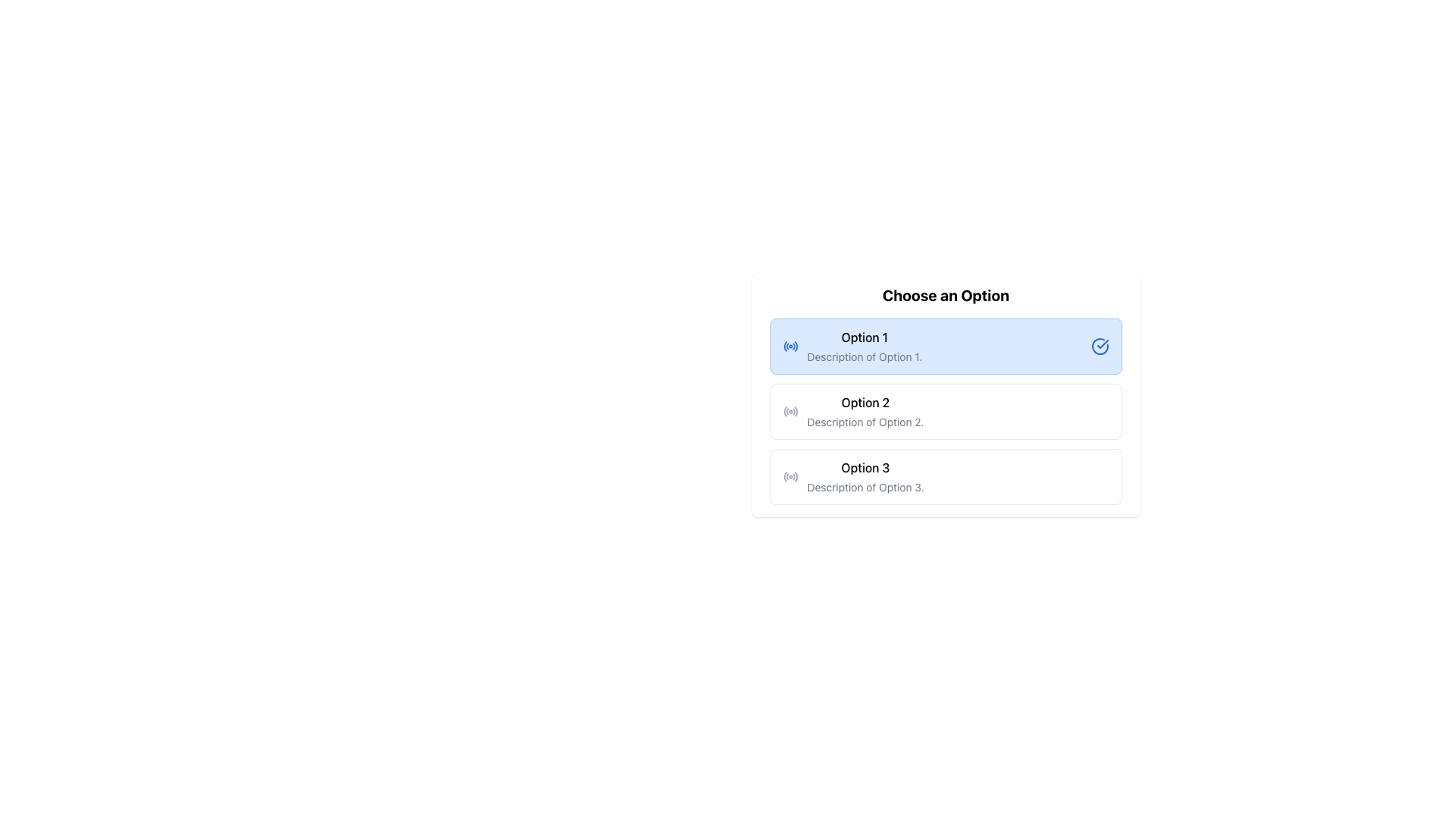  What do you see at coordinates (1100, 346) in the screenshot?
I see `the blue circular icon with a check mark inside, located to the far right of the 'Choose an Option' section, next to 'Option 1 Description of Option 1.'` at bounding box center [1100, 346].